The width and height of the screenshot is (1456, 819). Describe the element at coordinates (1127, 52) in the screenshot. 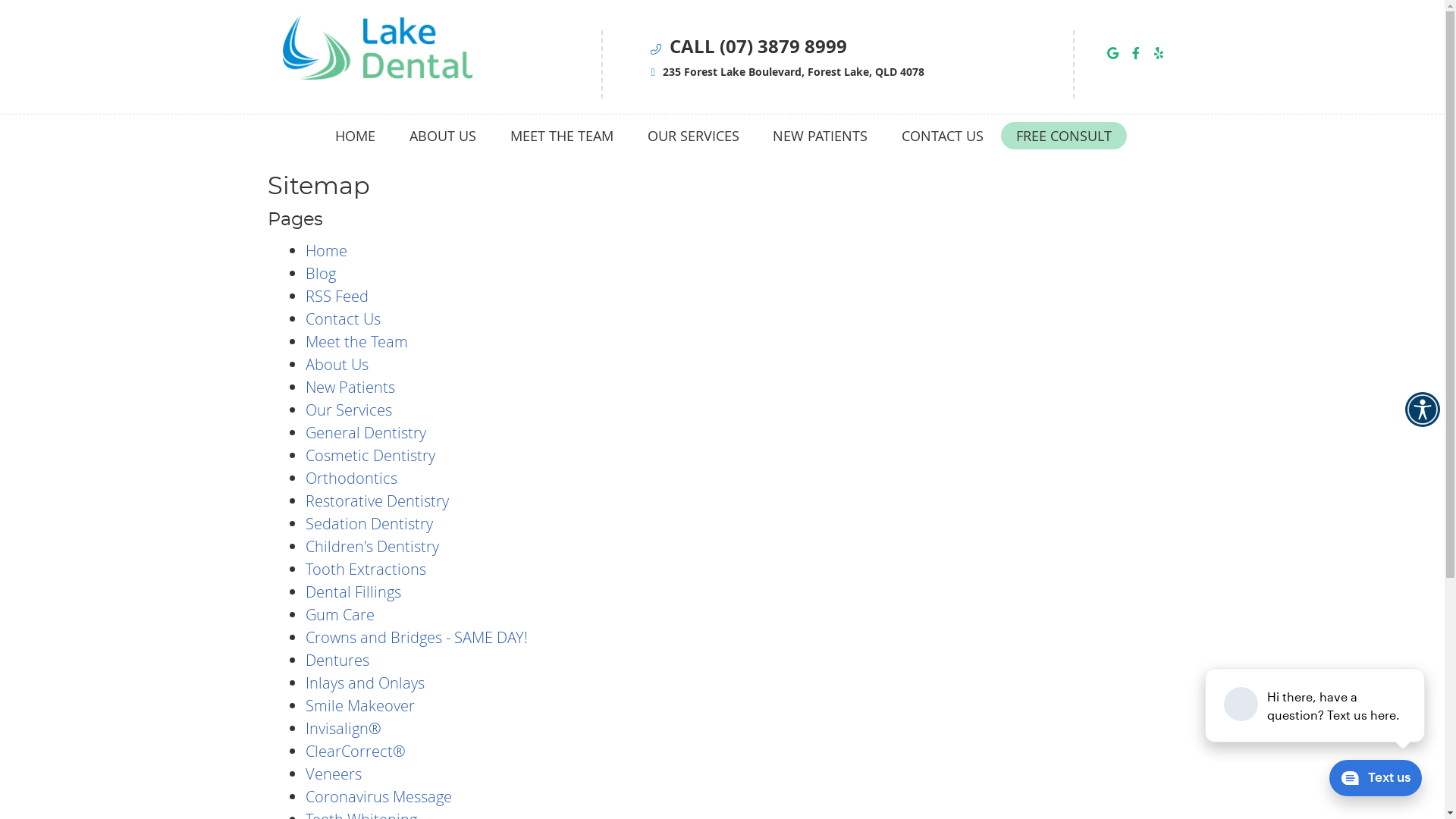

I see `'Facebook Social Button'` at that location.